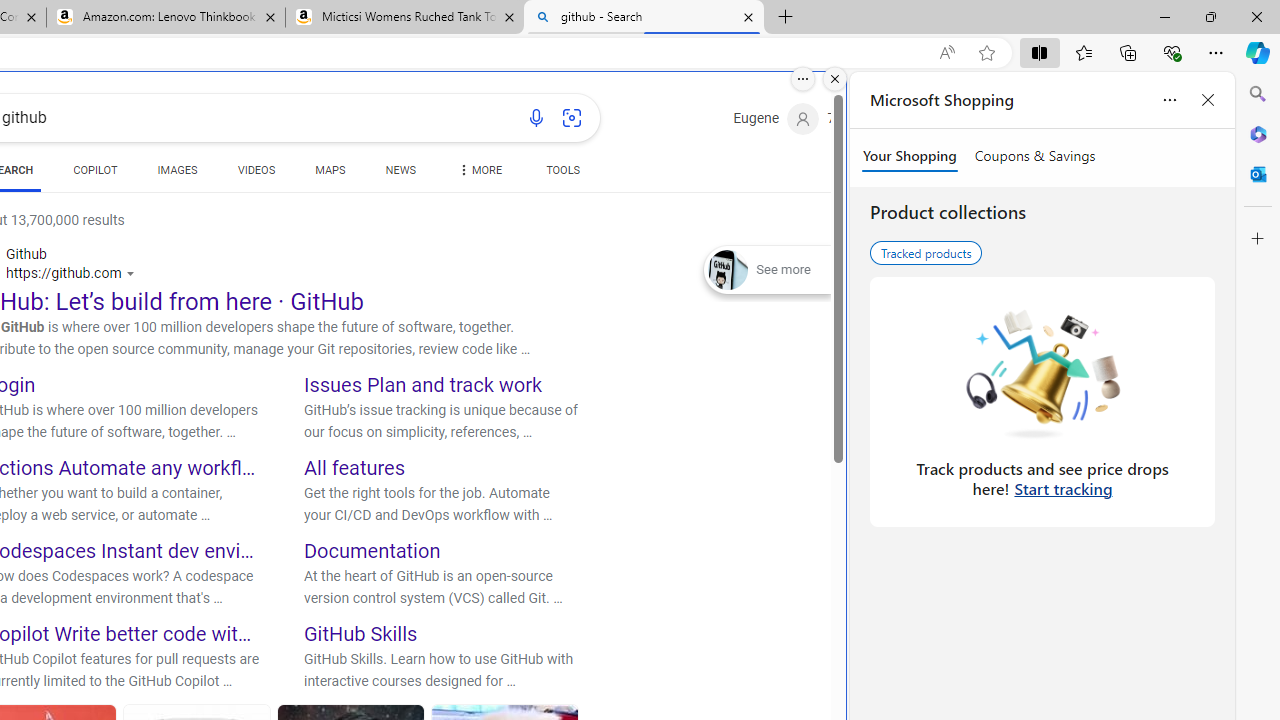 The height and width of the screenshot is (720, 1280). I want to click on 'Documentation', so click(373, 550).